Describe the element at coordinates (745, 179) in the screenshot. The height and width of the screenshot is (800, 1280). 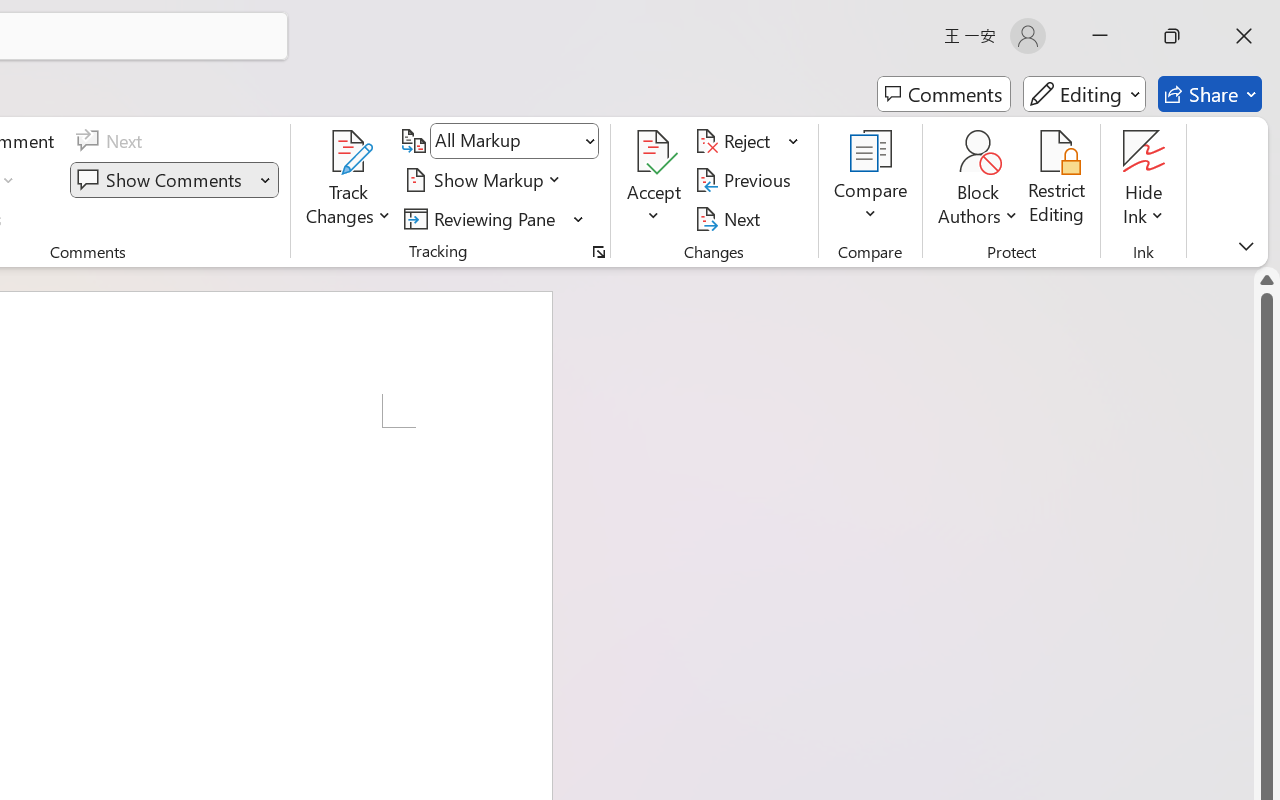
I see `'Previous'` at that location.